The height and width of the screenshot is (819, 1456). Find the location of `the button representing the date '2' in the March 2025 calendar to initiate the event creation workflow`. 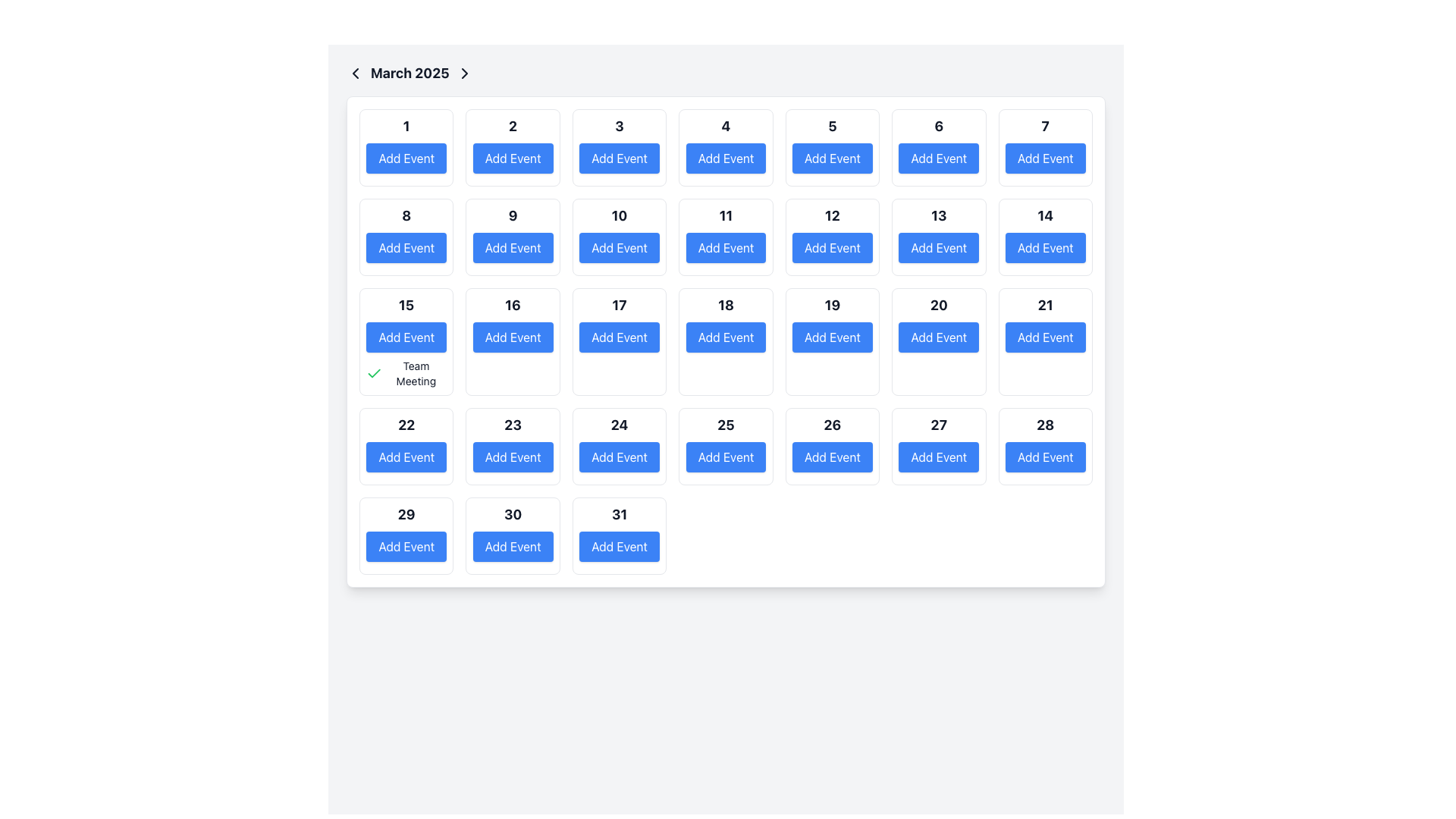

the button representing the date '2' in the March 2025 calendar to initiate the event creation workflow is located at coordinates (513, 158).